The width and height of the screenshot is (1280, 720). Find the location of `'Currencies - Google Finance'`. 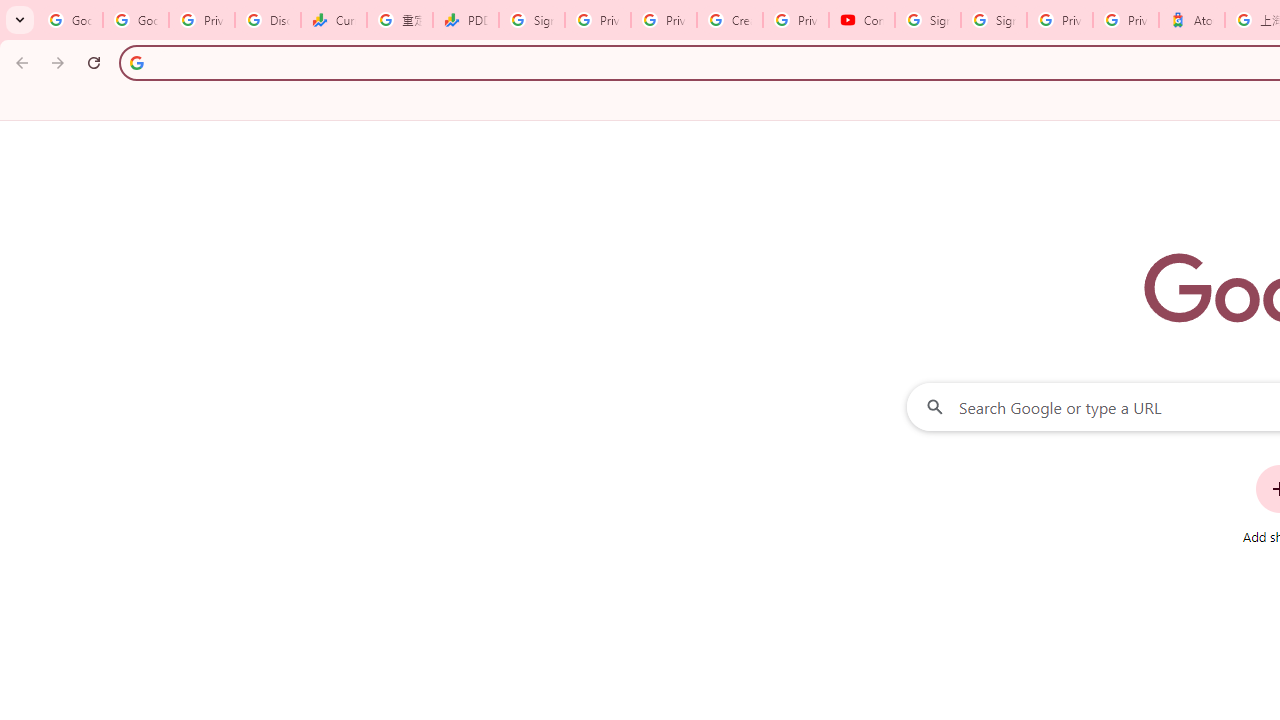

'Currencies - Google Finance' is located at coordinates (334, 20).